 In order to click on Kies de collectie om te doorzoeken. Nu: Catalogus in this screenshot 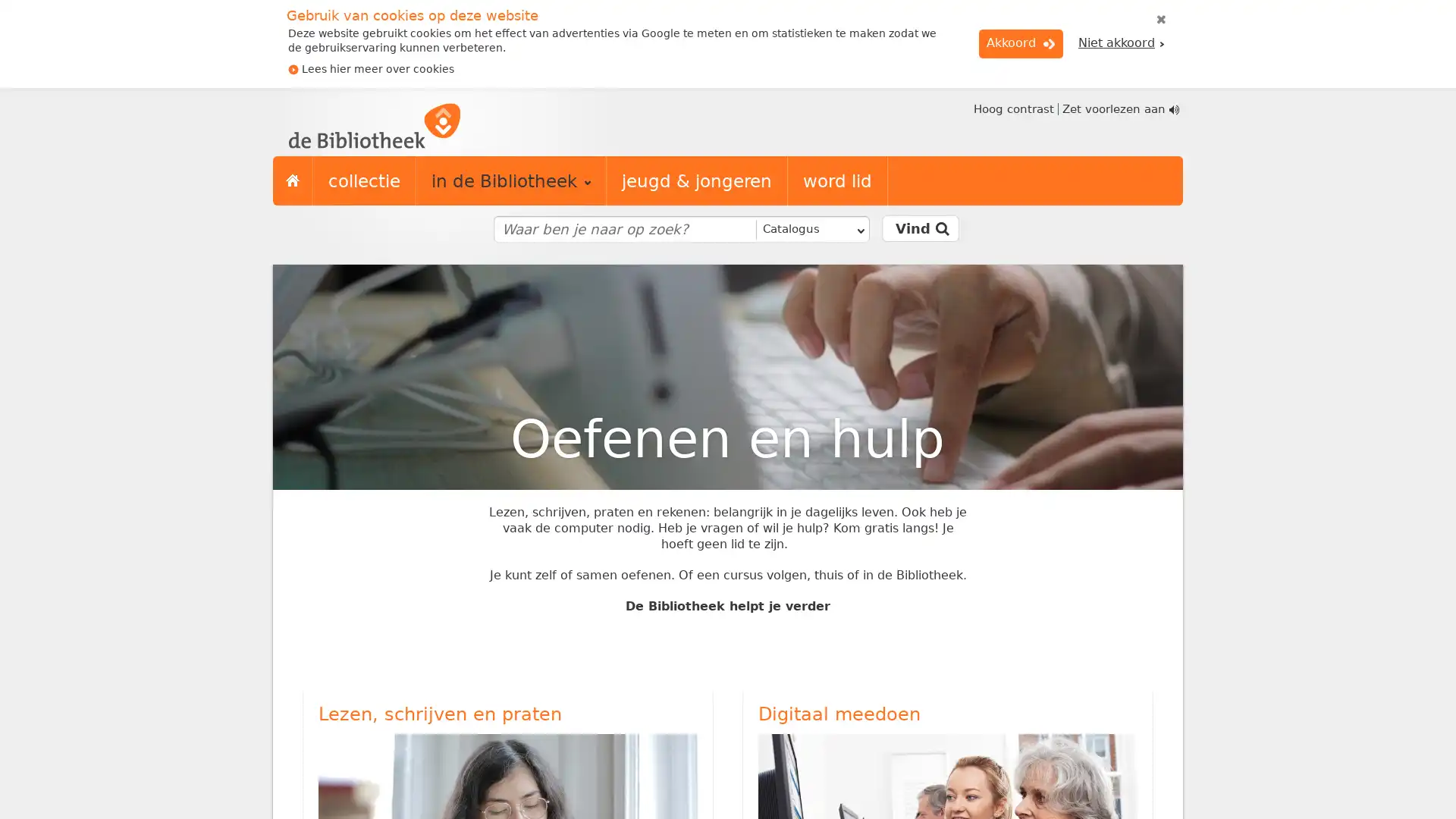, I will do `click(810, 229)`.